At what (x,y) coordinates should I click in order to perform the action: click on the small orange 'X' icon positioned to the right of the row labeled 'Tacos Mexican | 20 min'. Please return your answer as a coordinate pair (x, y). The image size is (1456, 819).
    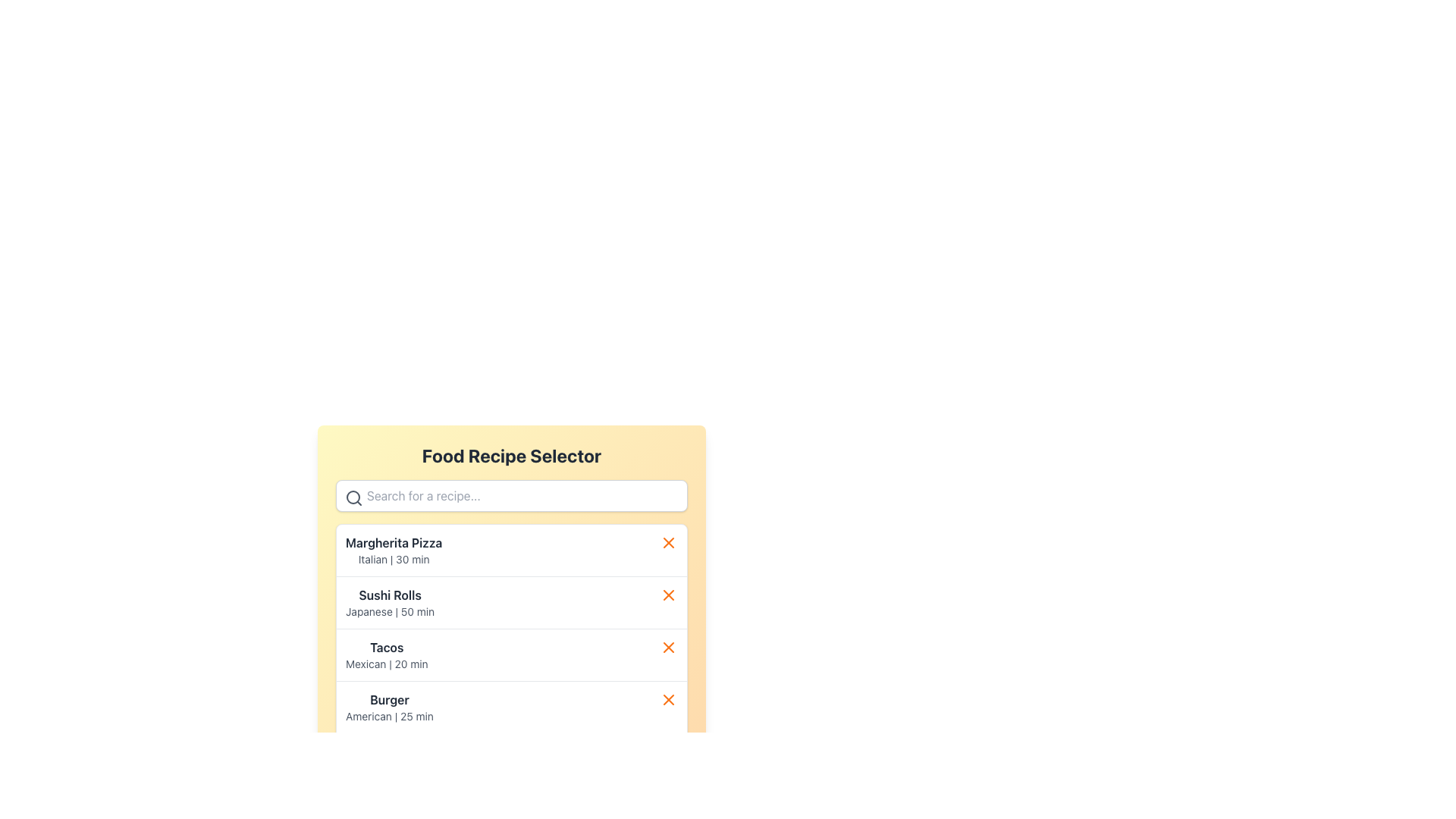
    Looking at the image, I should click on (668, 647).